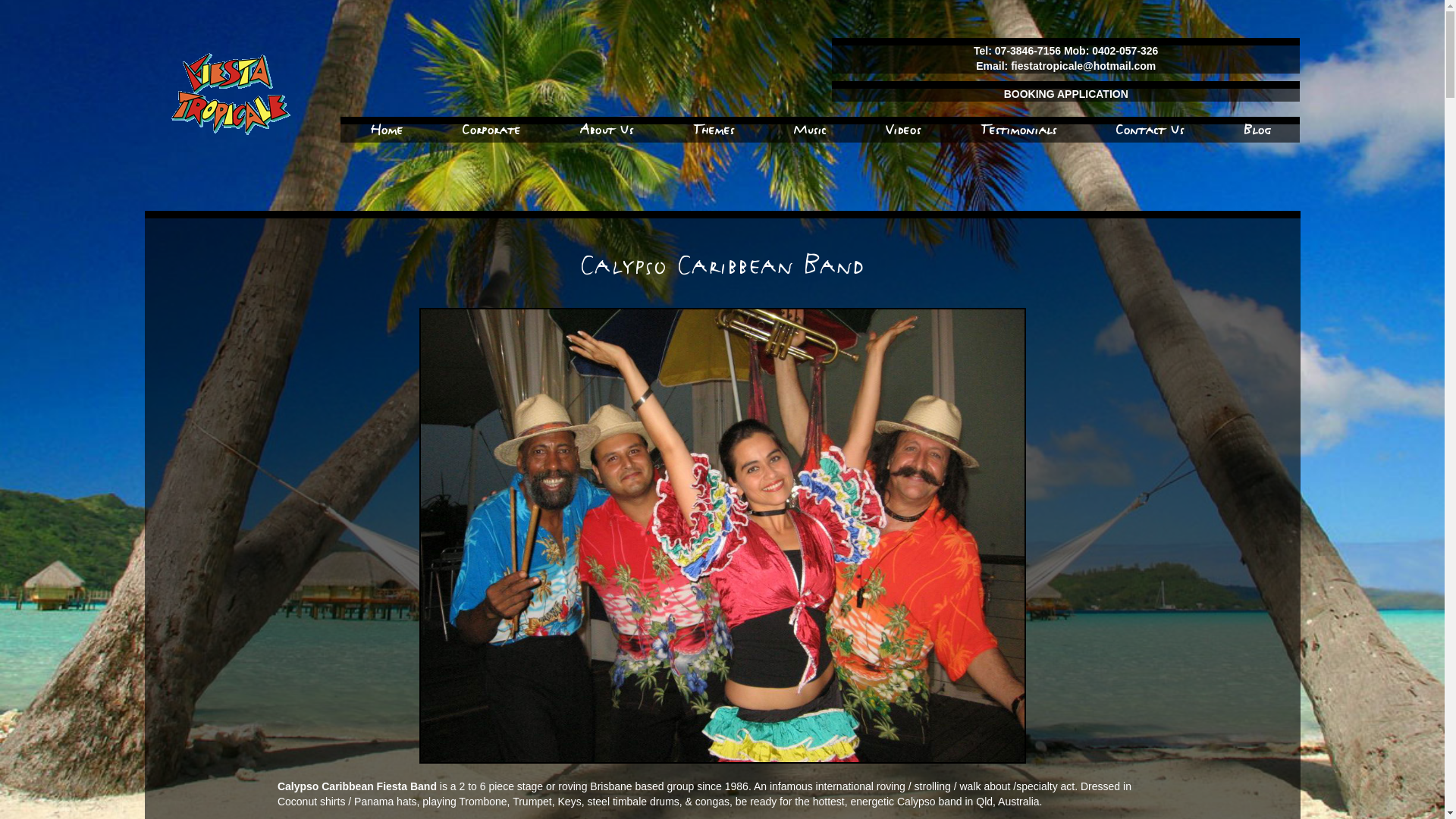 The height and width of the screenshot is (819, 1456). Describe the element at coordinates (1065, 93) in the screenshot. I see `'BOOKING APPLICATION'` at that location.